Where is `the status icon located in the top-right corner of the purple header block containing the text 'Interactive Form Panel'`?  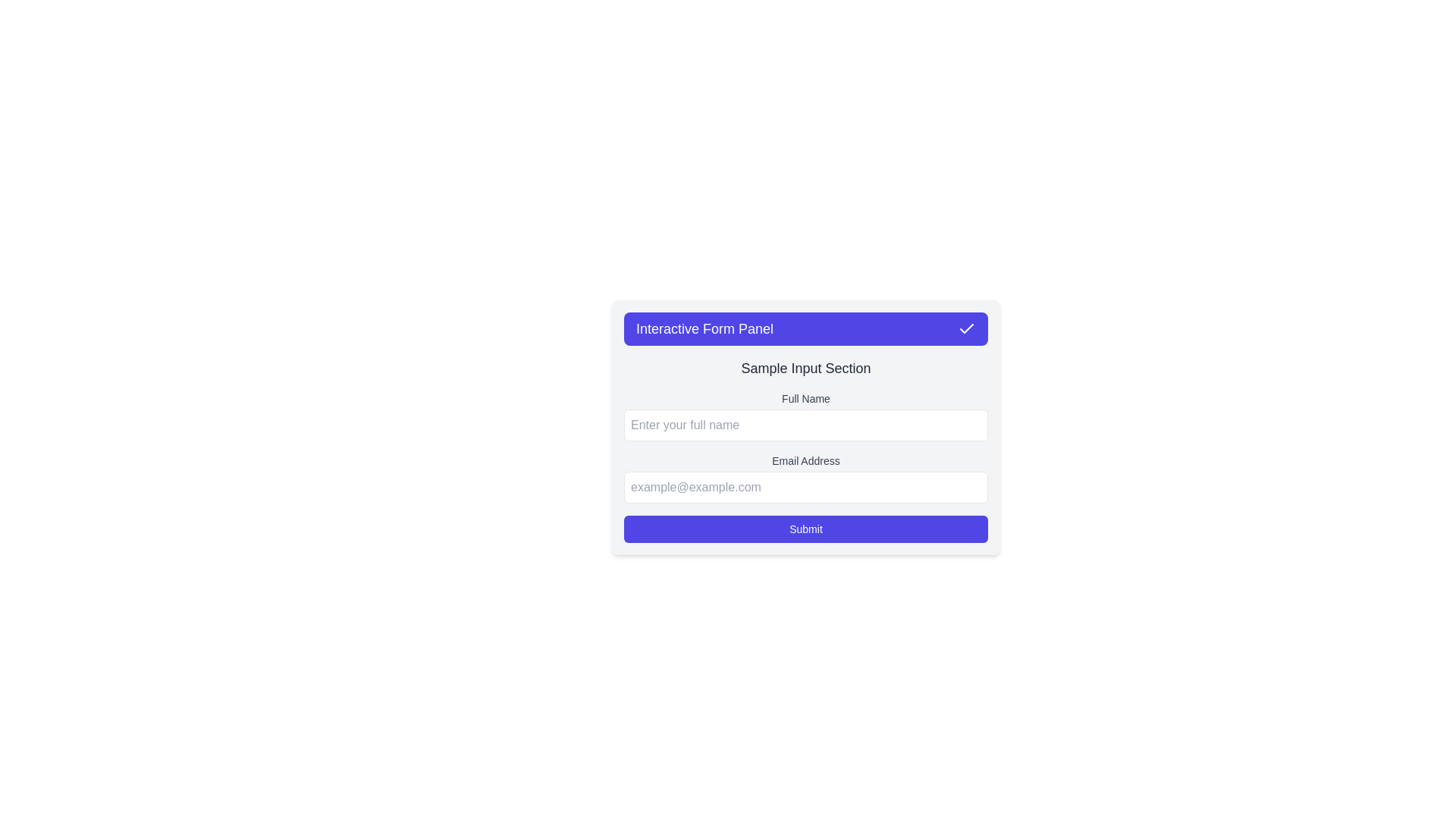 the status icon located in the top-right corner of the purple header block containing the text 'Interactive Form Panel' is located at coordinates (966, 328).